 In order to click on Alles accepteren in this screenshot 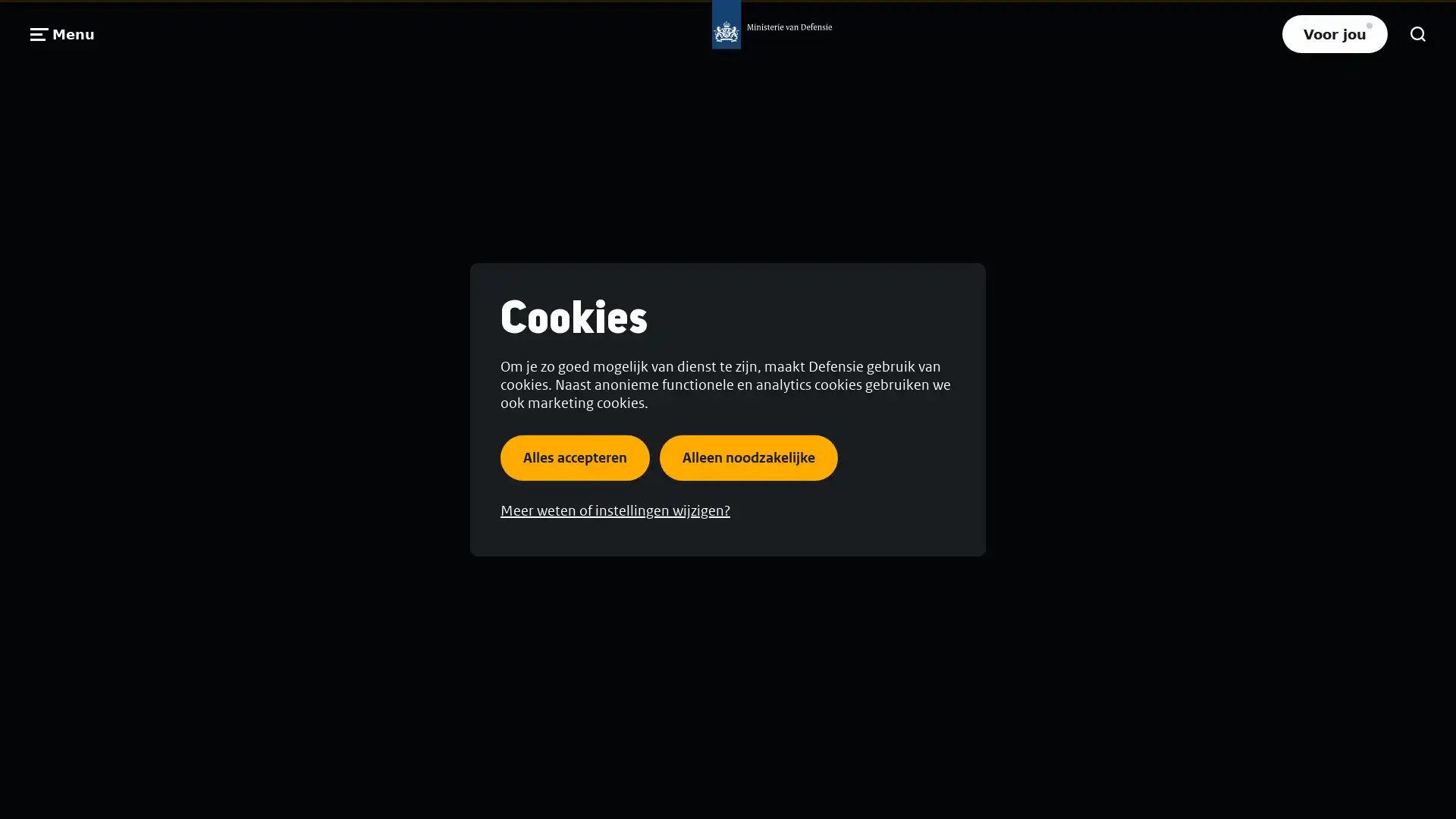, I will do `click(574, 456)`.